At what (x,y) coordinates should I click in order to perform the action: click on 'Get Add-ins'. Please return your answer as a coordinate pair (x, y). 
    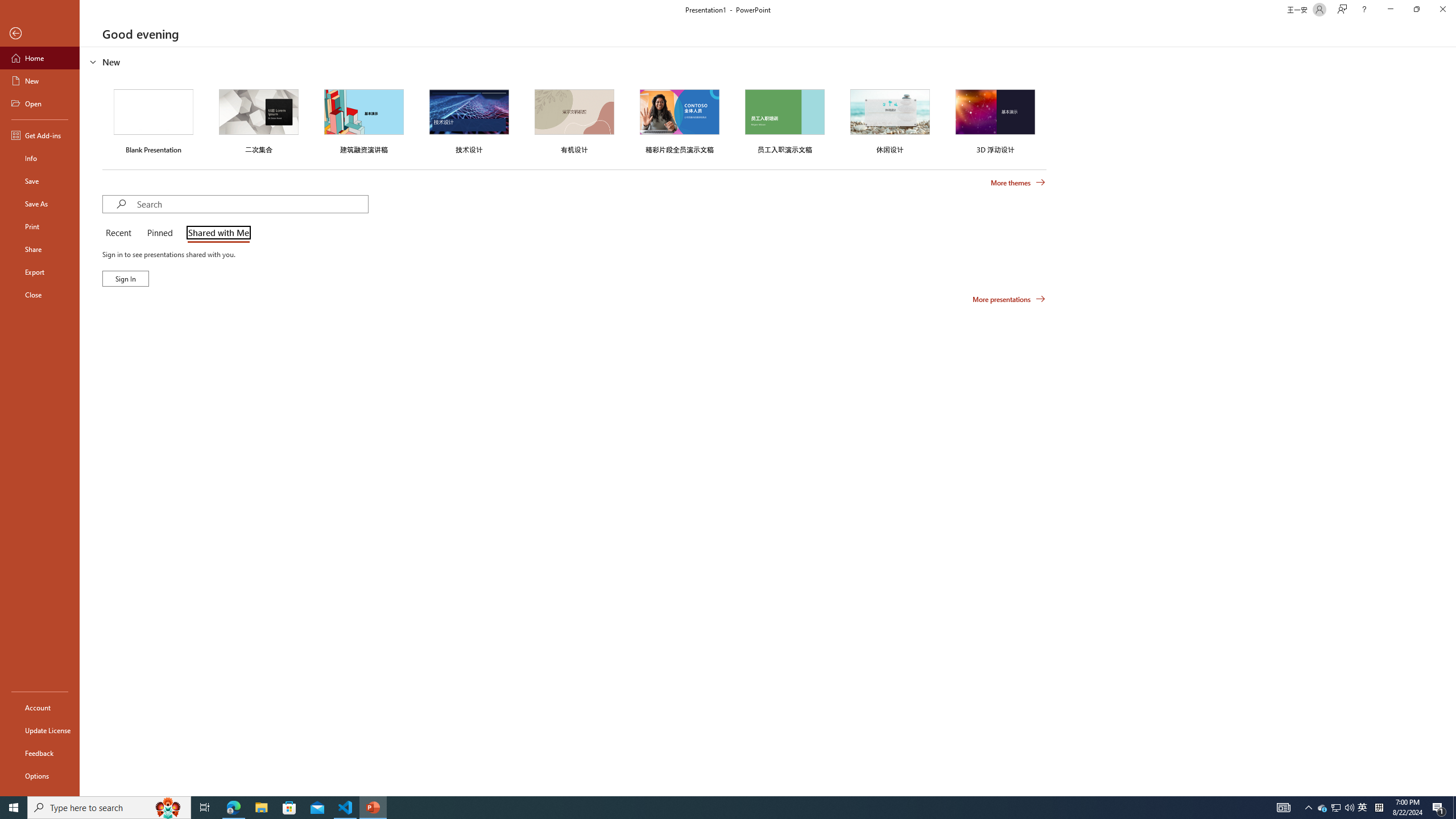
    Looking at the image, I should click on (39, 135).